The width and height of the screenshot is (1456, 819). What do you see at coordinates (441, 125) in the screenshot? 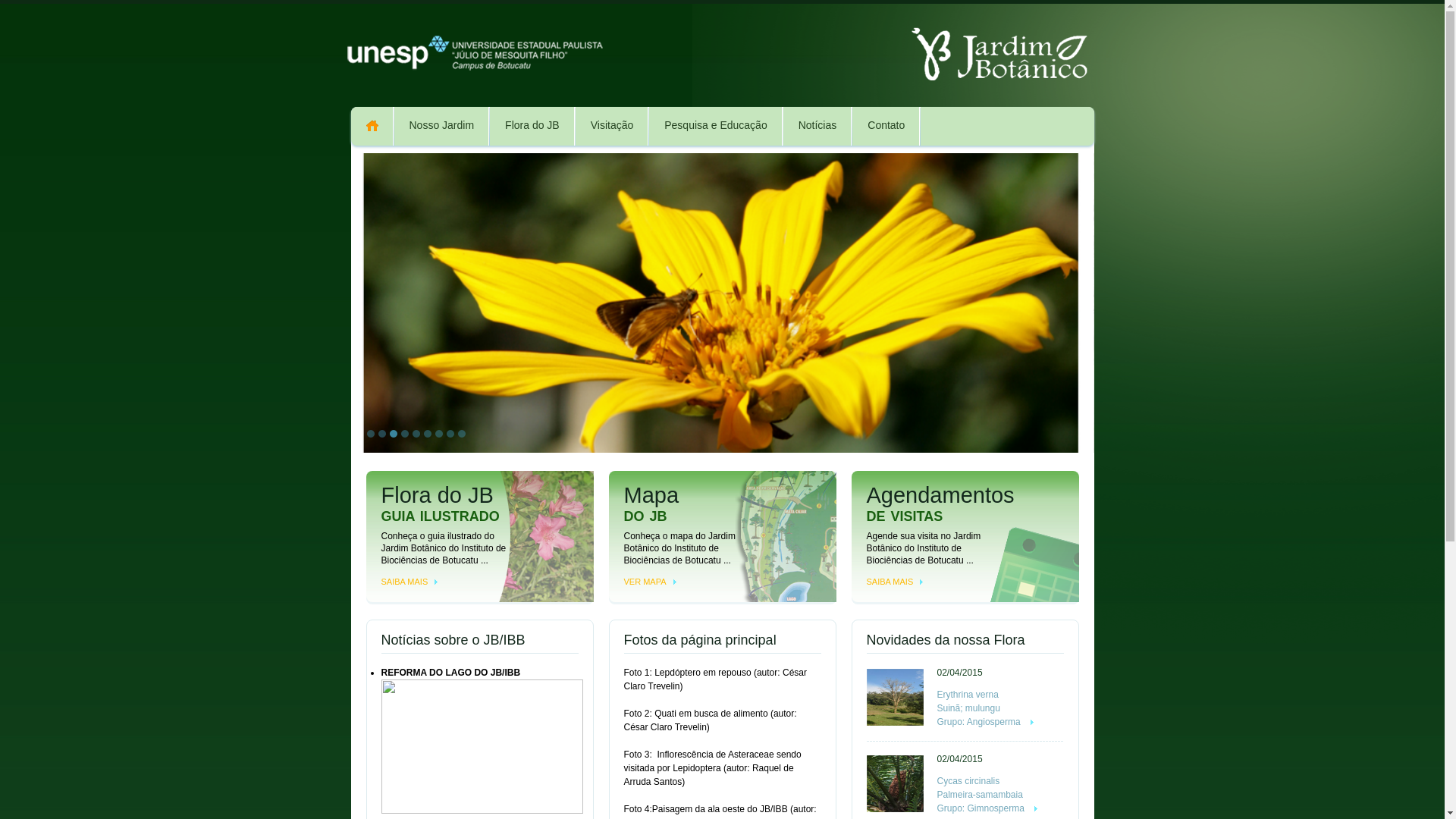
I see `'Nosso Jardim'` at bounding box center [441, 125].